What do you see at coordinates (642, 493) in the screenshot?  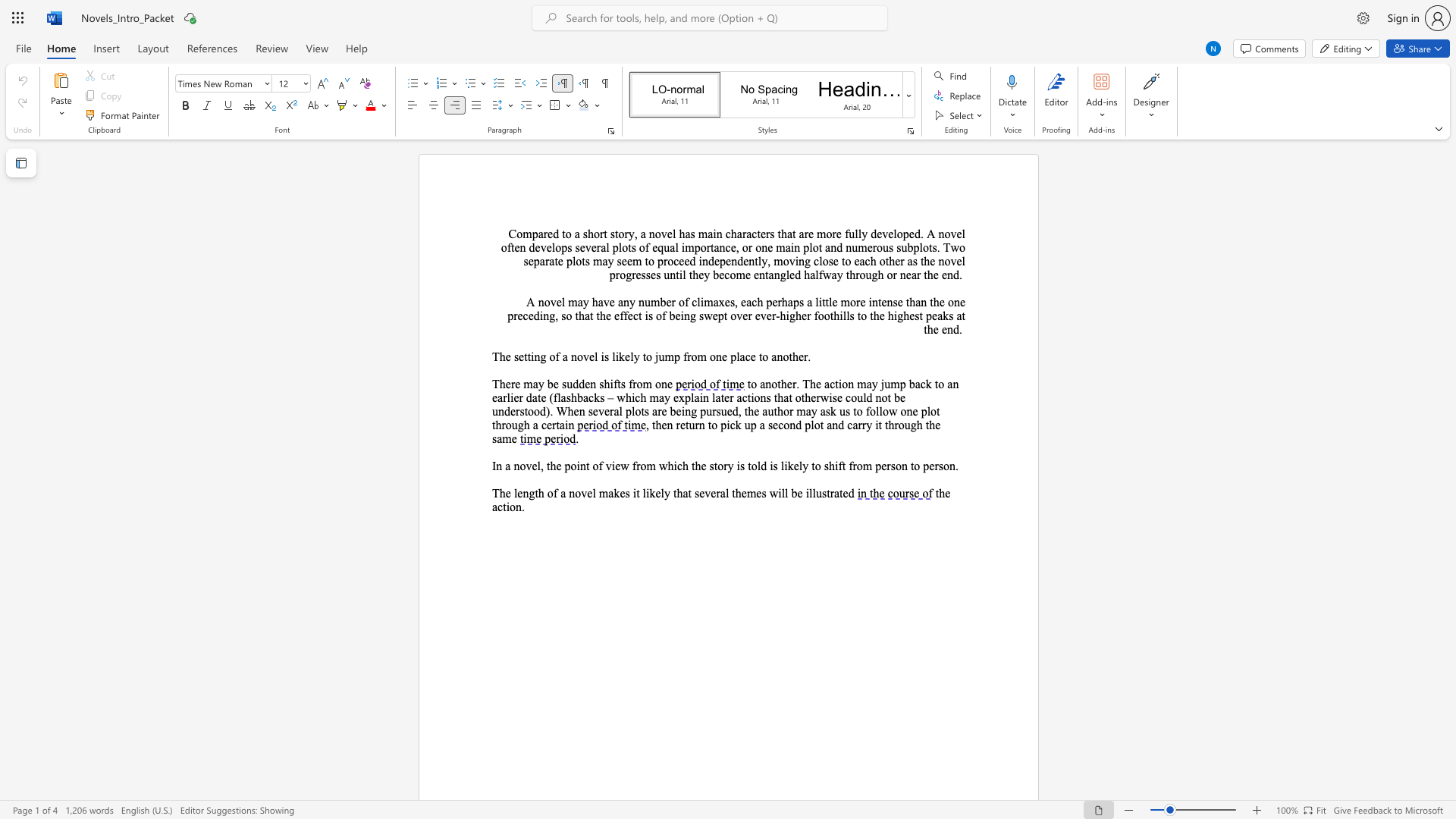 I see `the subset text "likely that sev" within the text "The length of a novel makes it likely that several themes will be illustrated"` at bounding box center [642, 493].